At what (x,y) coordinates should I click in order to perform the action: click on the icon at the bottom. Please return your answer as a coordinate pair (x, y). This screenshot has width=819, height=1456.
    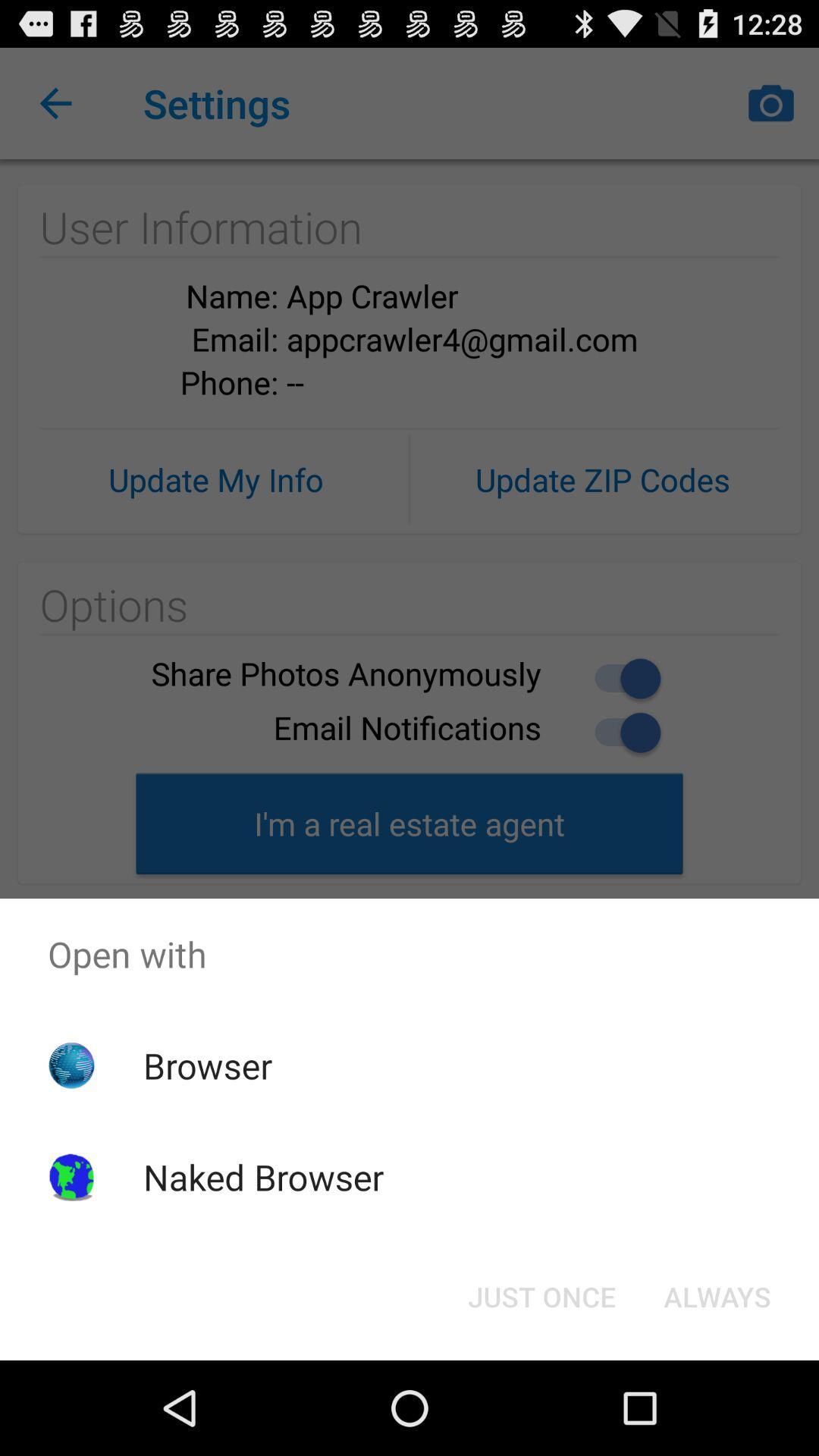
    Looking at the image, I should click on (541, 1295).